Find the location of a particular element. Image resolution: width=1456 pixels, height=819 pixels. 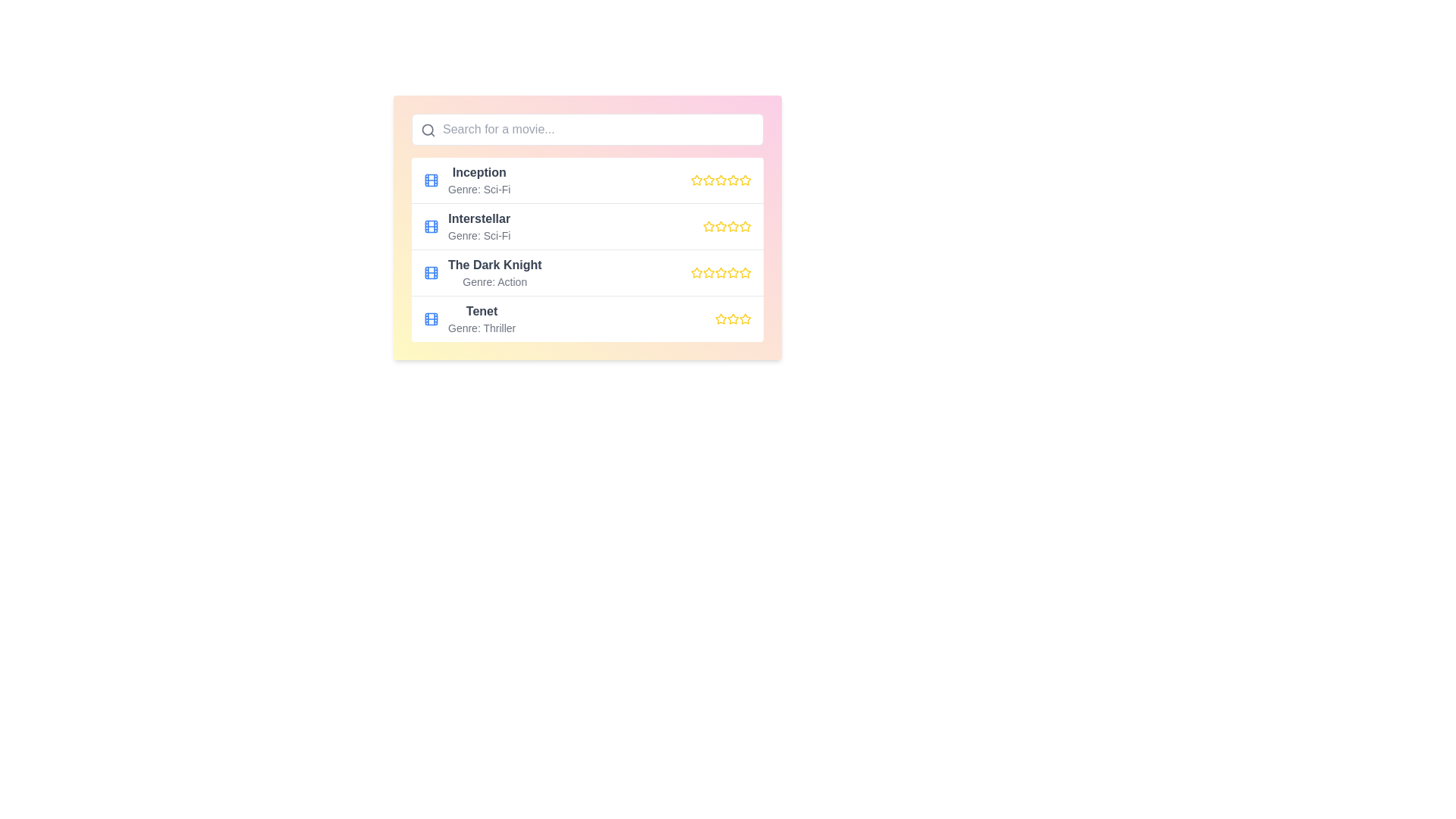

the Decorative component inside the movie icon located to the left of the title 'Tenet' in the fourth row of the list is located at coordinates (431, 318).